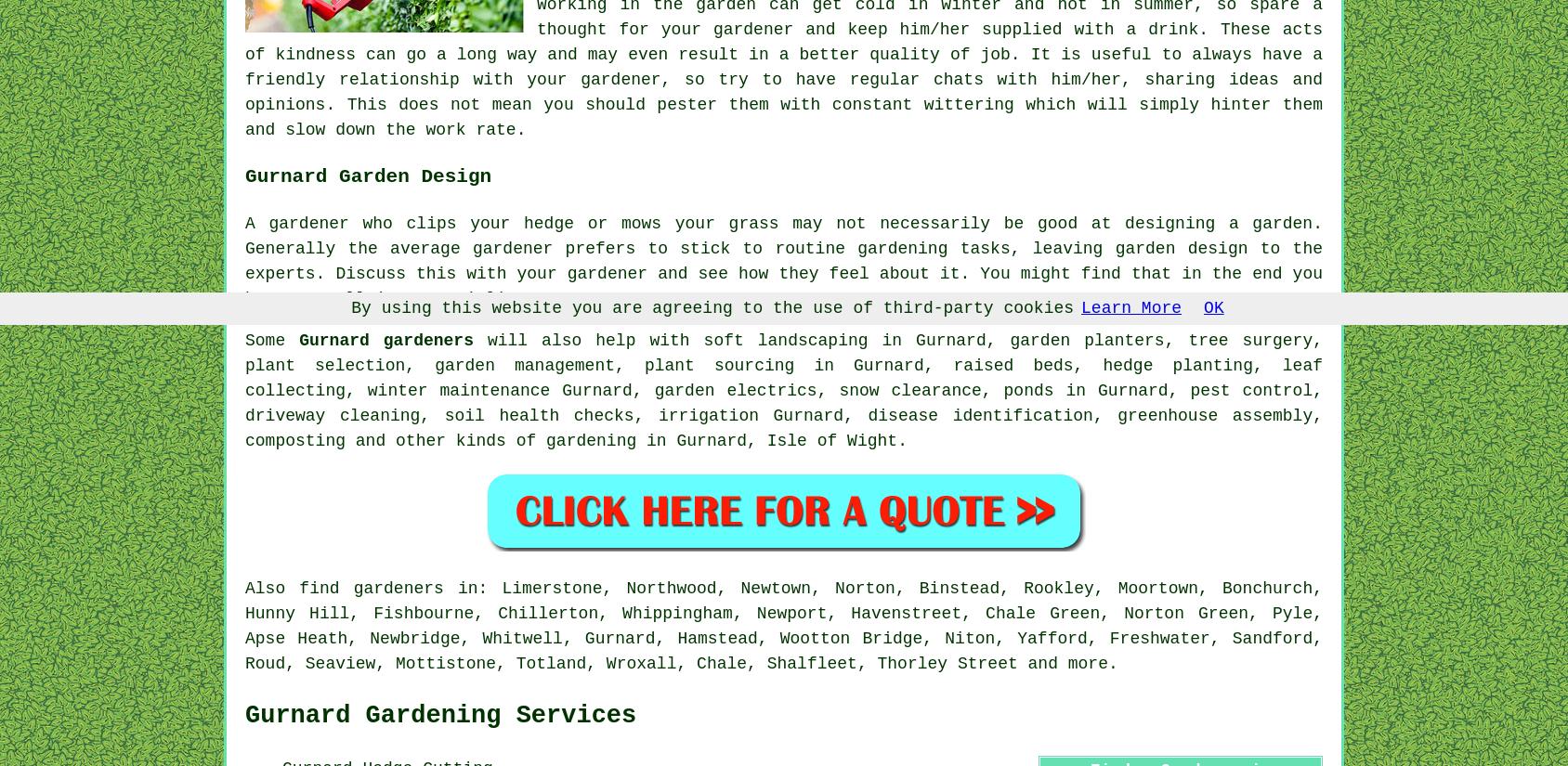 This screenshot has height=766, width=1568. I want to click on 'drink', so click(1147, 29).